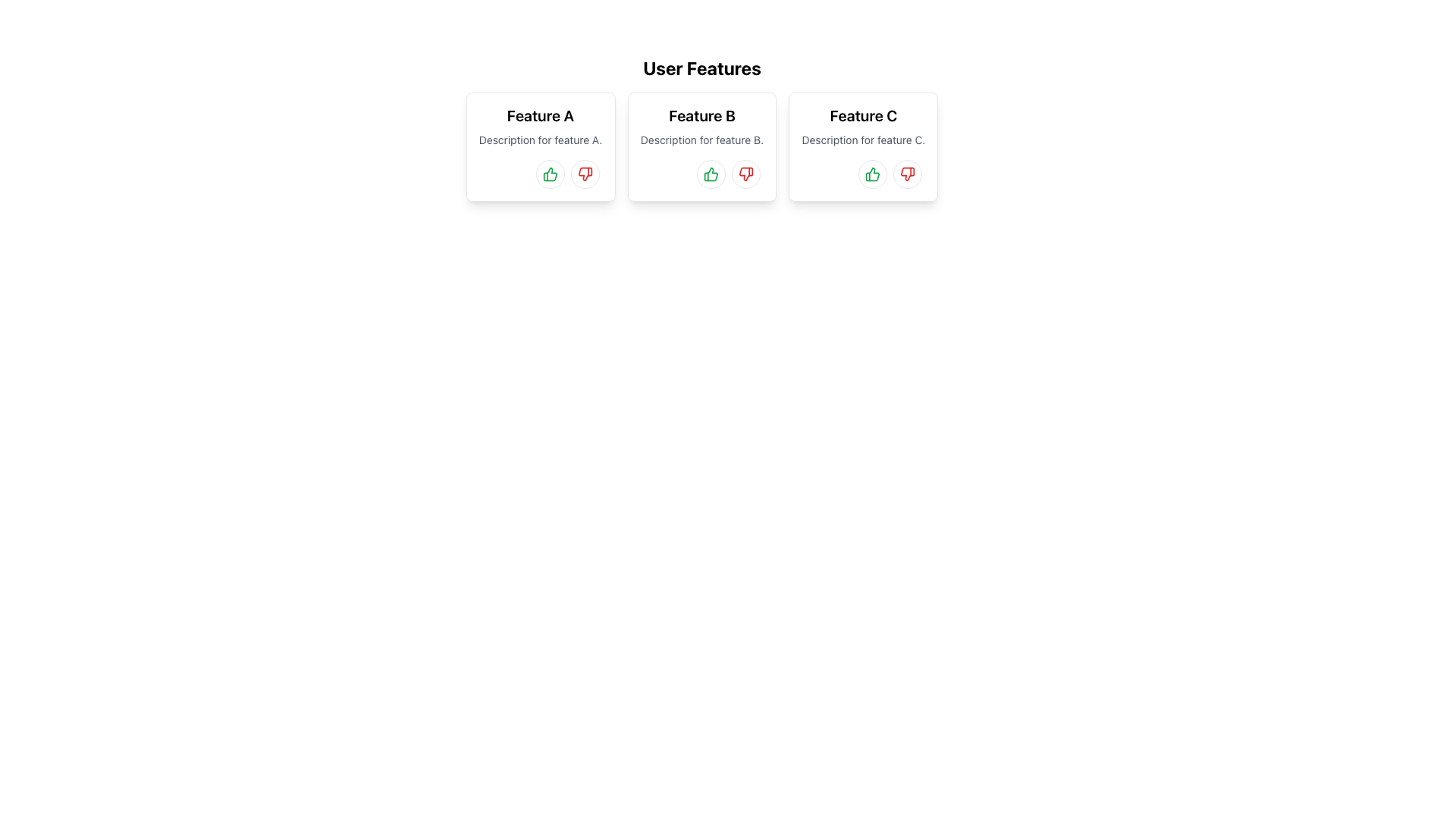 This screenshot has height=819, width=1456. What do you see at coordinates (908, 174) in the screenshot?
I see `the red thumbs-down icon located inside the rounded button in the rightmost card labeled 'Feature C'` at bounding box center [908, 174].